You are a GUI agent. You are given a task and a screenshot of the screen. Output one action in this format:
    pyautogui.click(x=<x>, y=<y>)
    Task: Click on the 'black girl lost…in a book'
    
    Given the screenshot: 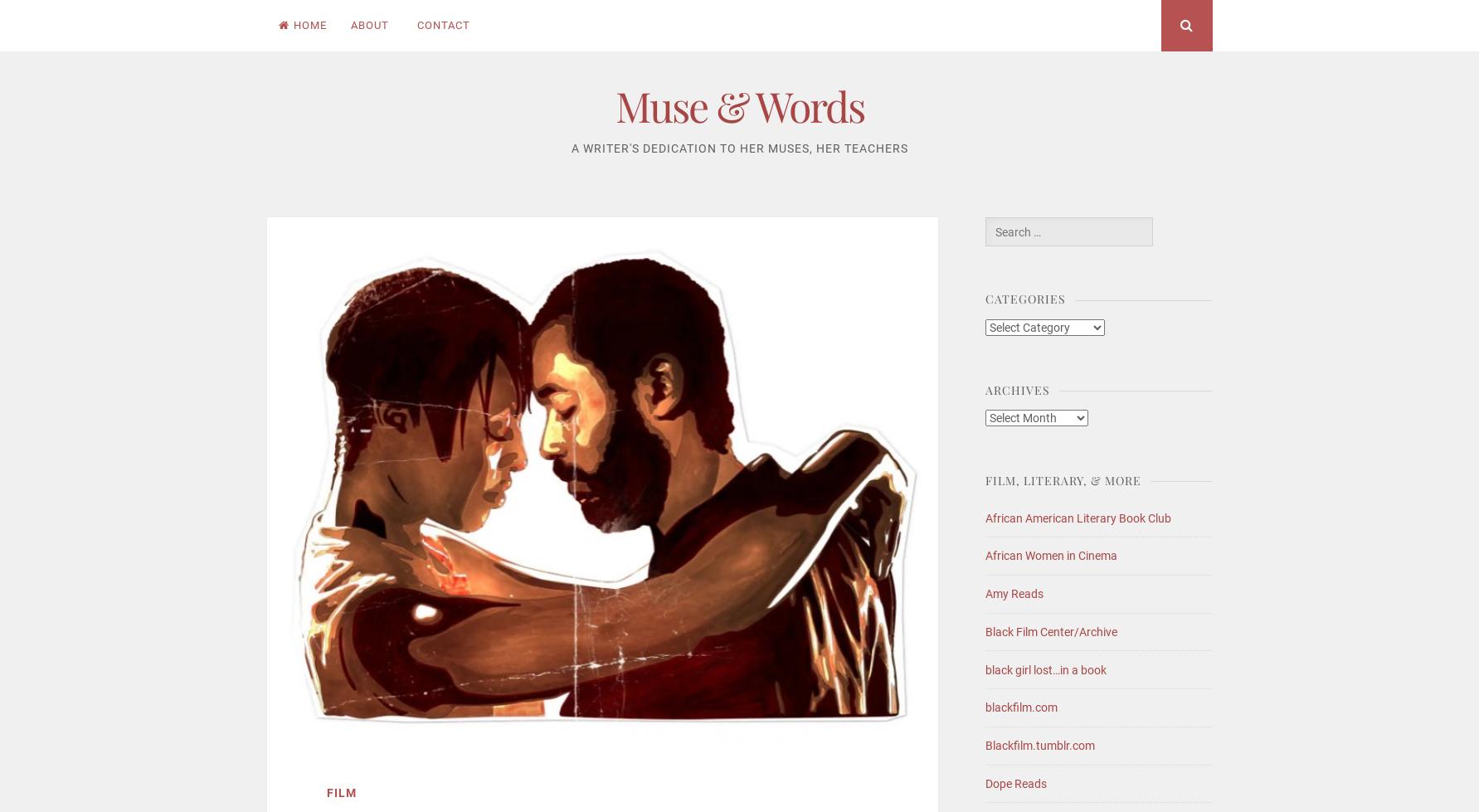 What is the action you would take?
    pyautogui.click(x=1045, y=668)
    